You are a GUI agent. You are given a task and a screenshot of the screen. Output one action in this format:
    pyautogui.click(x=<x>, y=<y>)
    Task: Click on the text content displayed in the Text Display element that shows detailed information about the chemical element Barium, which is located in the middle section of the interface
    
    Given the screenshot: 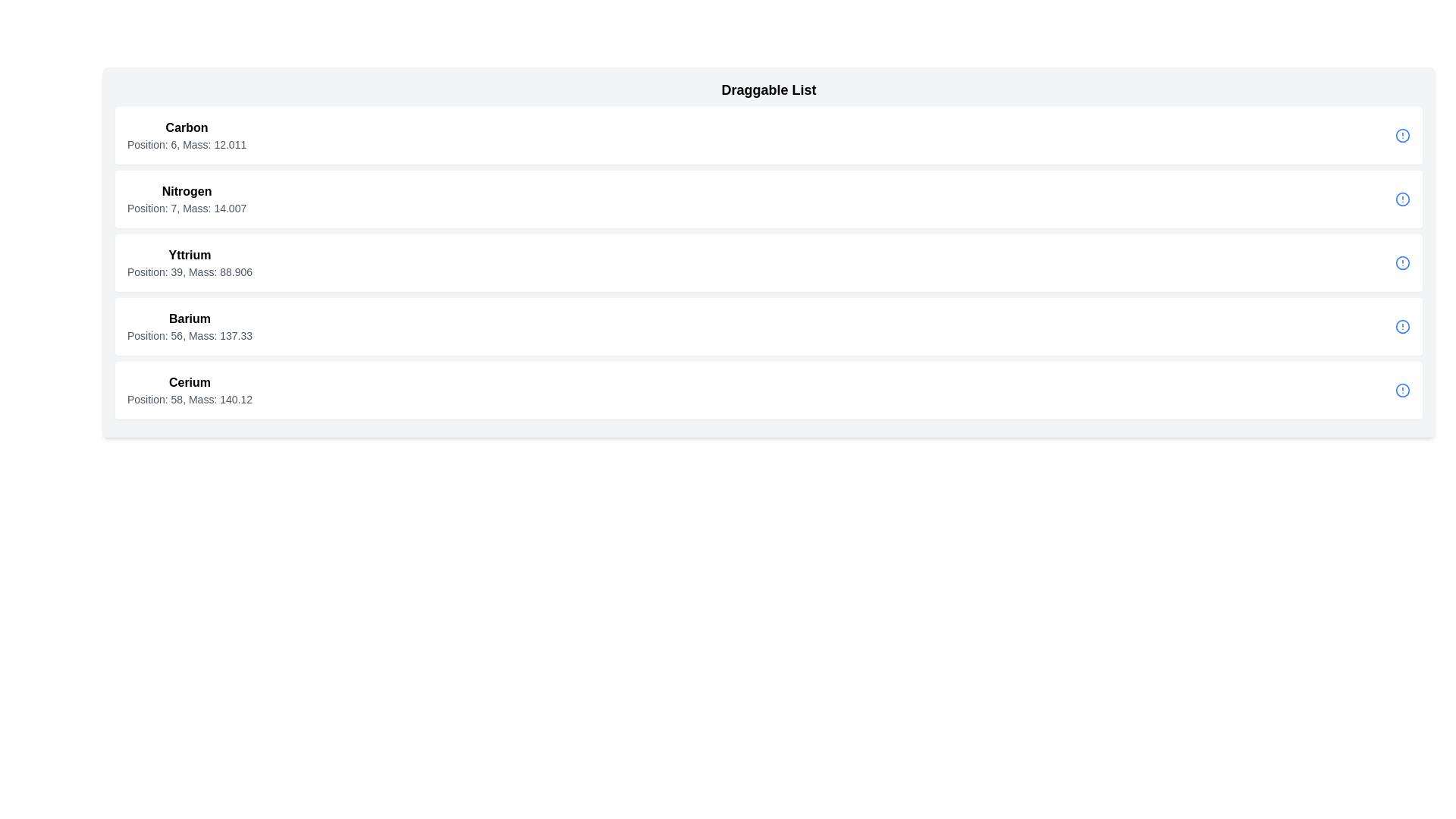 What is the action you would take?
    pyautogui.click(x=189, y=335)
    